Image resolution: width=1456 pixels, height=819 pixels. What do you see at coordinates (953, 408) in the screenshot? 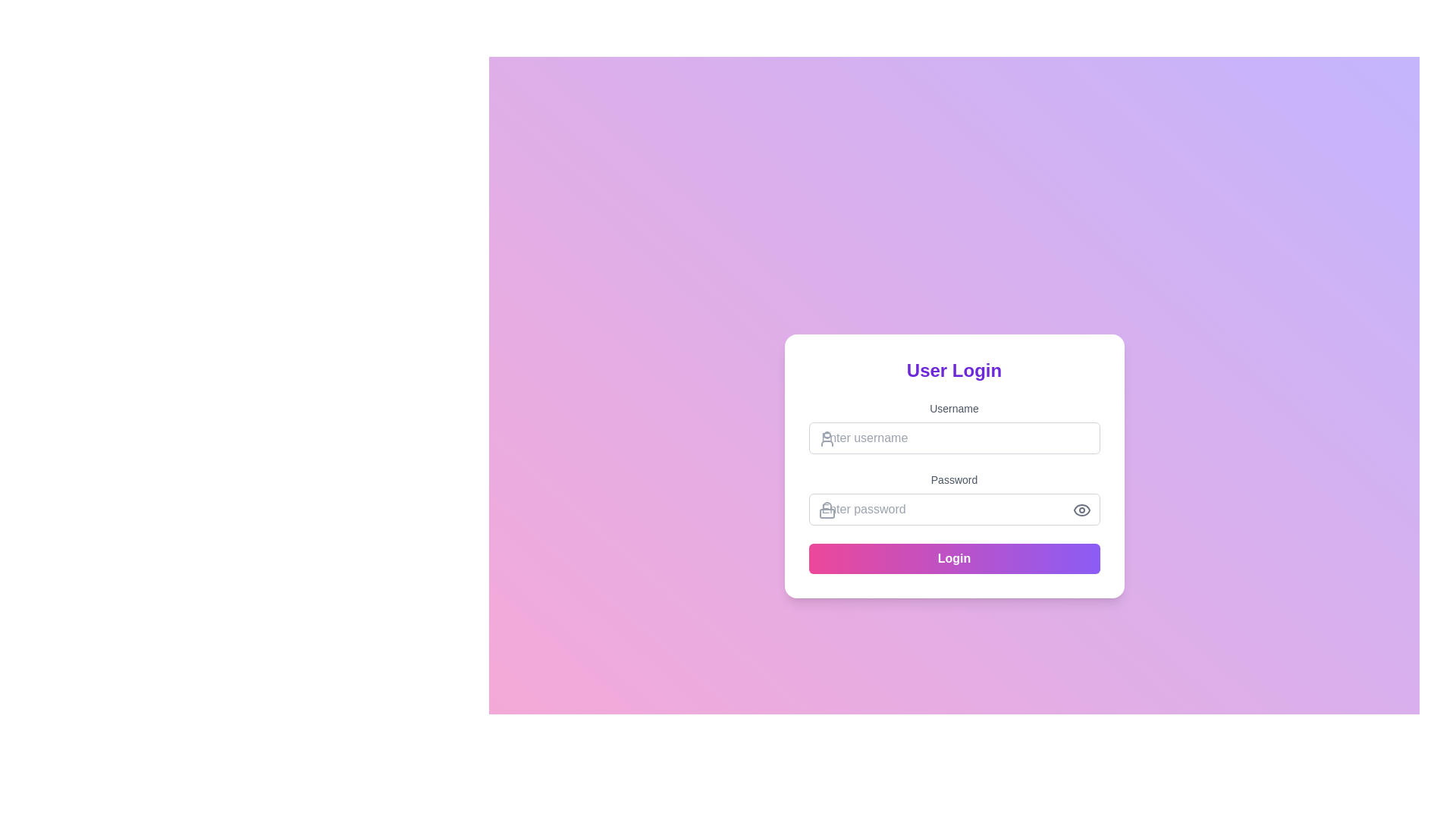
I see `the 'Username' text label, which is a small light gray label positioned above the username input field` at bounding box center [953, 408].